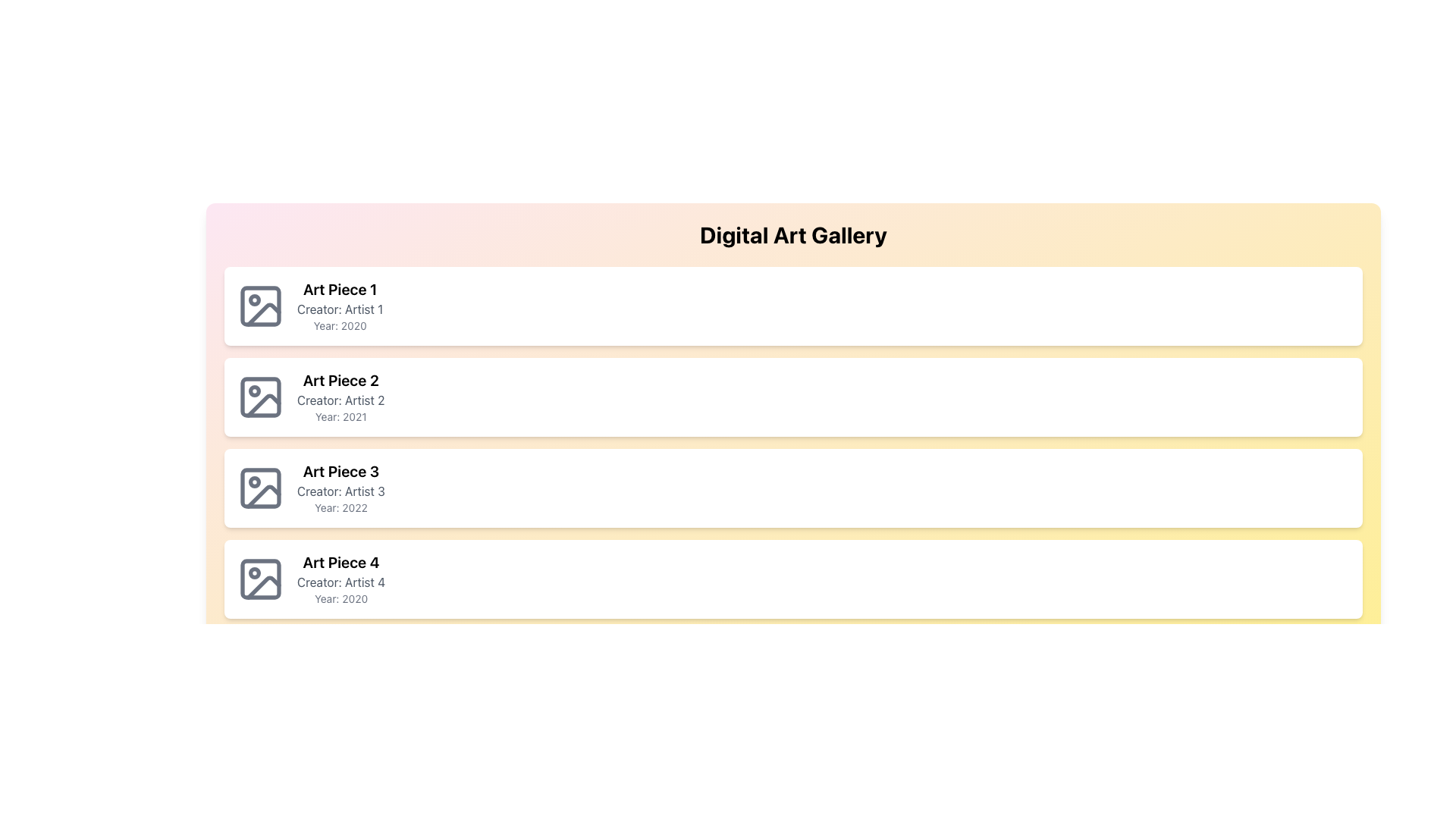 The width and height of the screenshot is (1456, 819). I want to click on text segment labeled 'Creator: Artist 4' which is styled as secondary information and located between the title 'Art Piece 4' and the line 'Year: 2020', so click(340, 581).